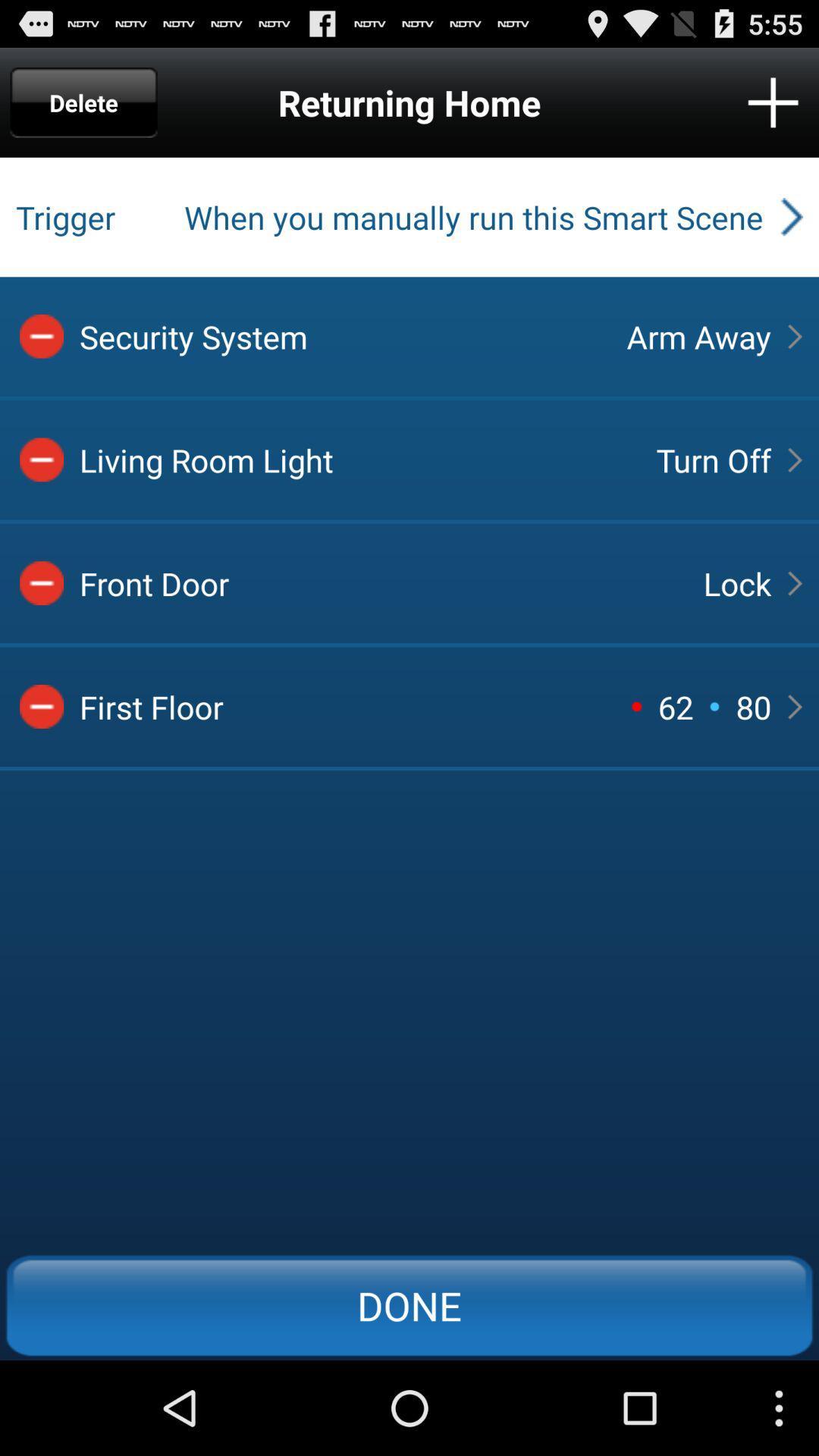  Describe the element at coordinates (736, 582) in the screenshot. I see `the item to the right of the 62 item` at that location.